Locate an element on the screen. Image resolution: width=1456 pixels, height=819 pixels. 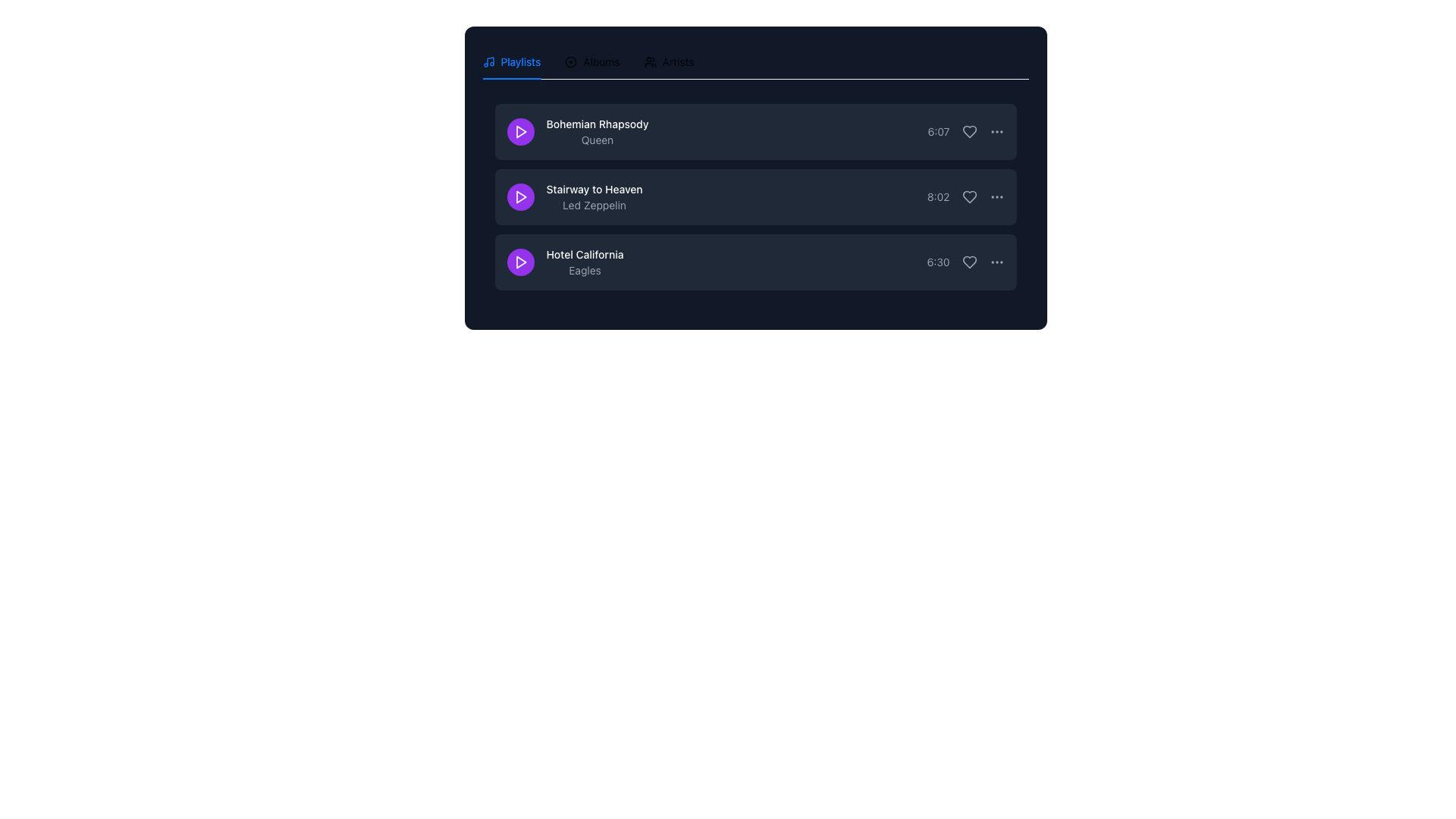
the circular play button located to the far left of the row containing the song title 'Bohemian Rhapsody' and artist 'Queen' to initiate playback is located at coordinates (520, 130).